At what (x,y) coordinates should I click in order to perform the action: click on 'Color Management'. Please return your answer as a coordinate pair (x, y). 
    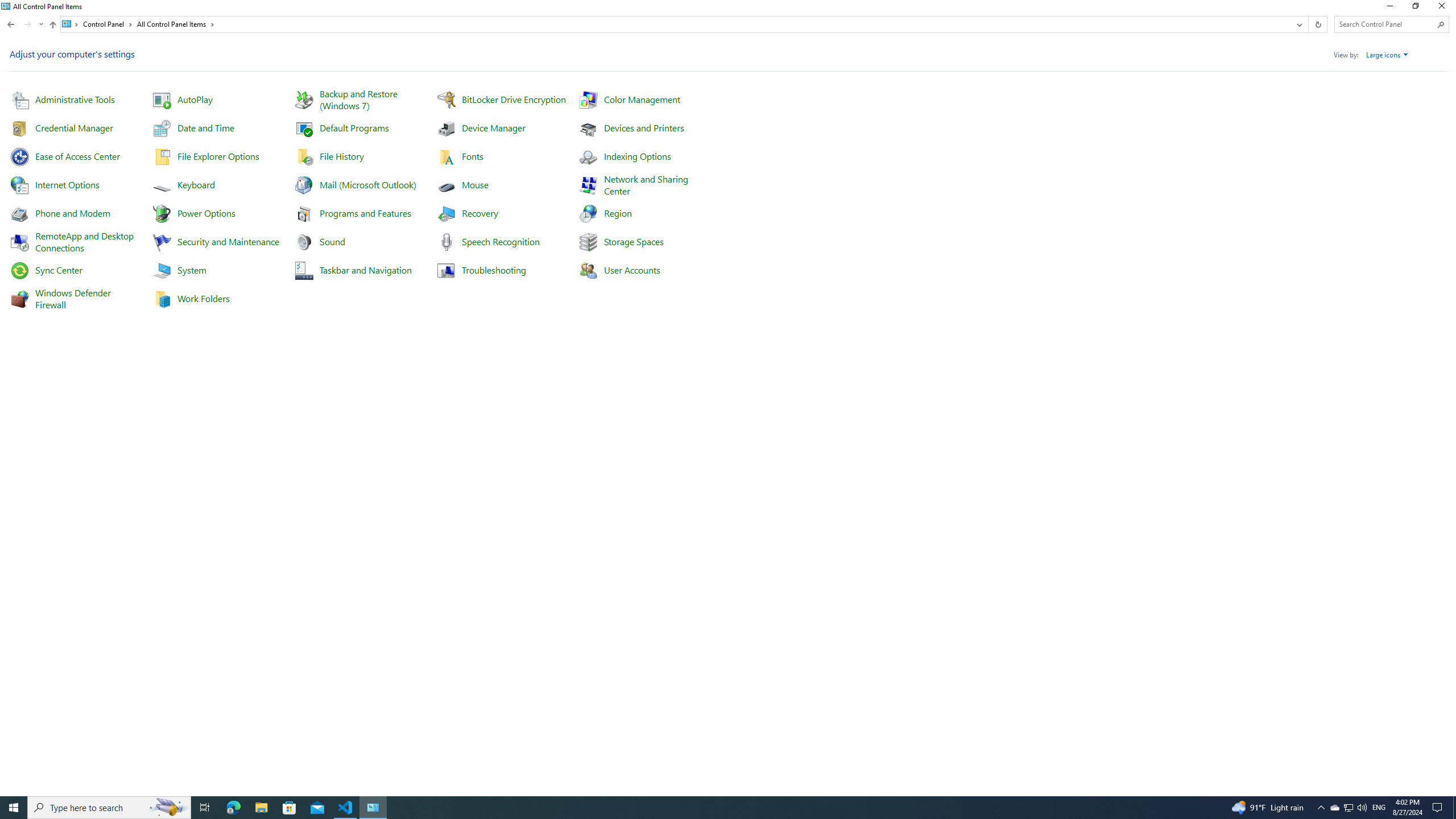
    Looking at the image, I should click on (642, 98).